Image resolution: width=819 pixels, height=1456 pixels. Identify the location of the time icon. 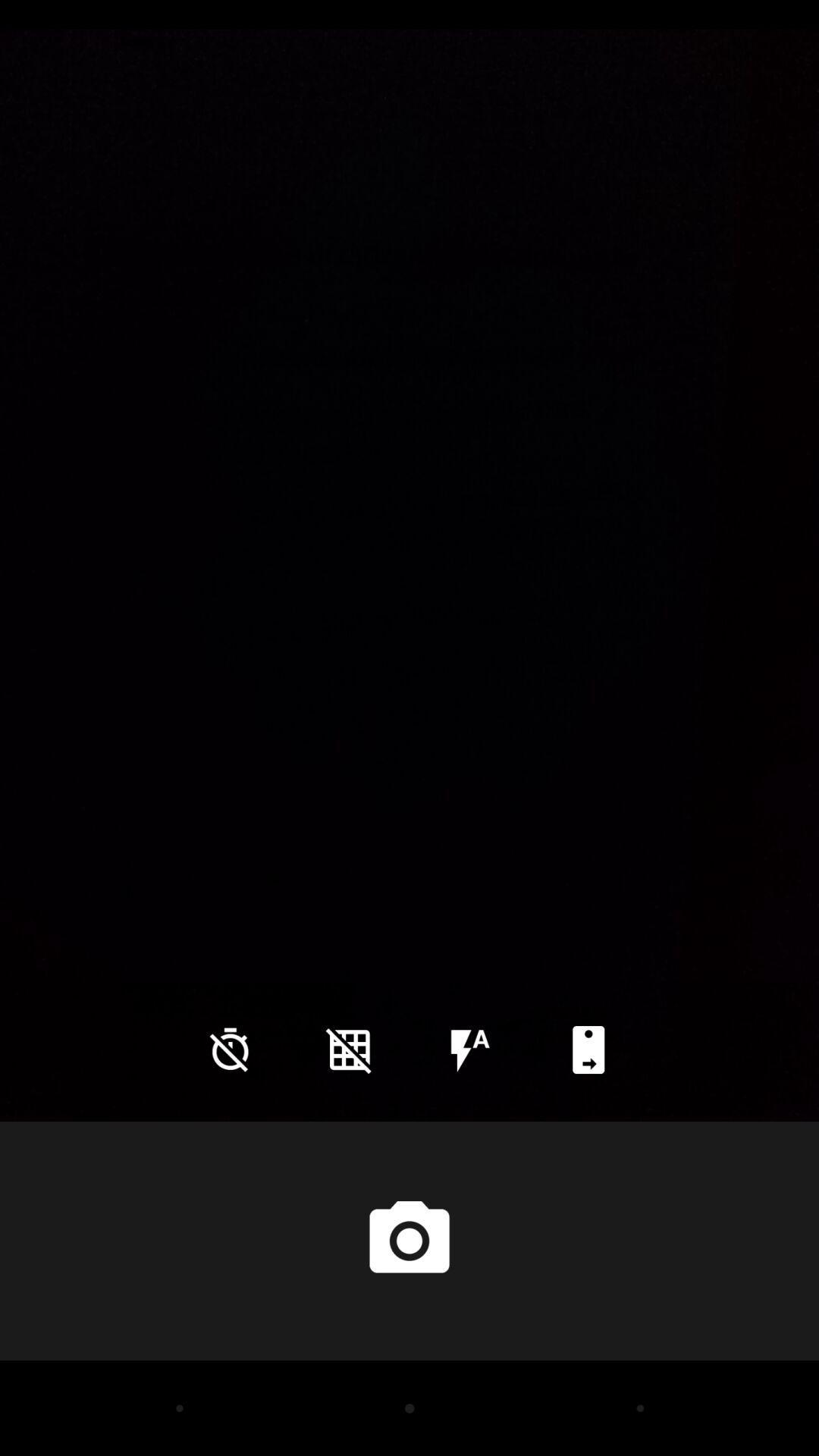
(230, 1049).